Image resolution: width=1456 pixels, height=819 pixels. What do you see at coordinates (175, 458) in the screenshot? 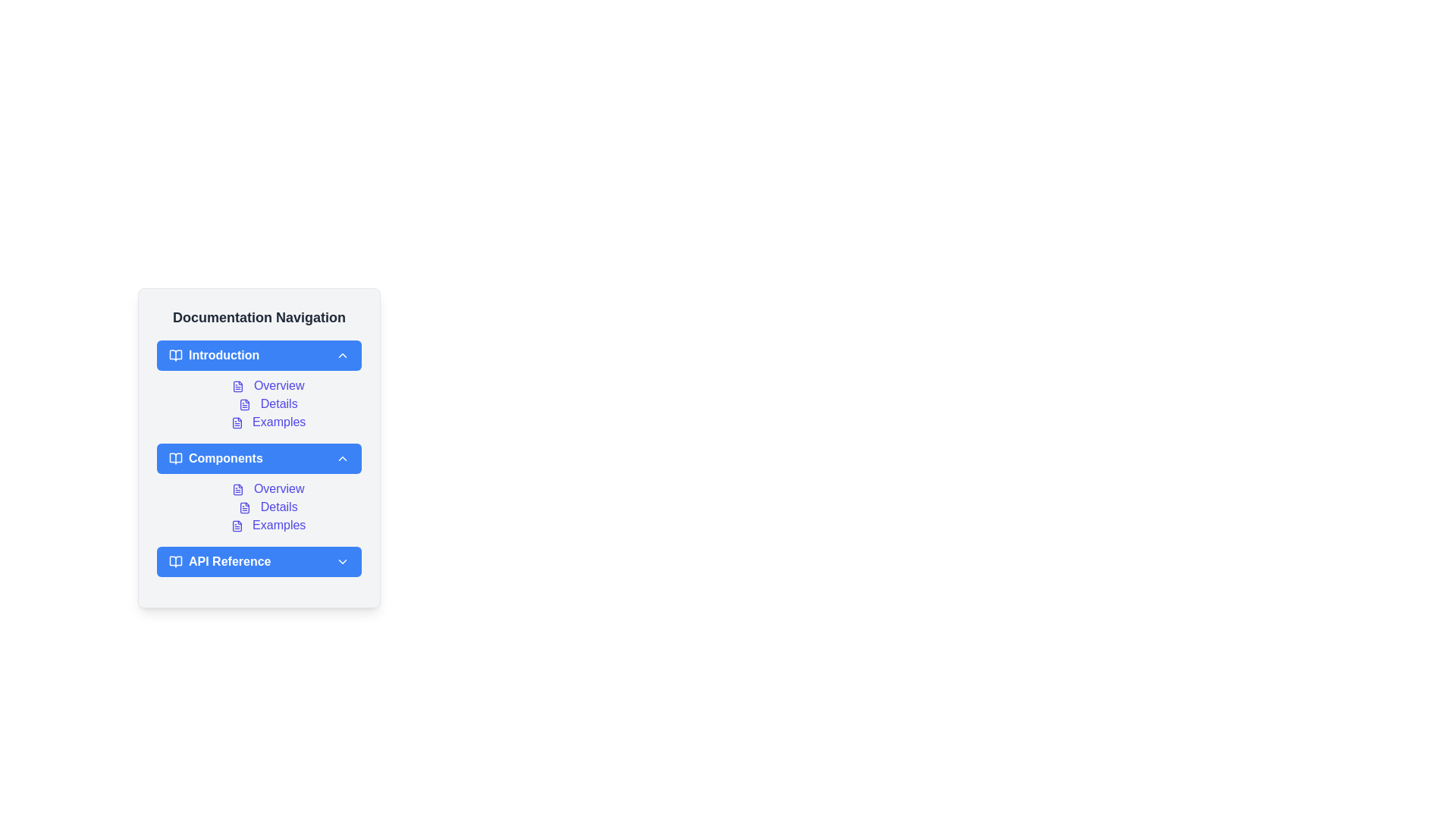
I see `the vector graphic icon resembling an open book located in the sidebar navigation menu next to the 'Components' header` at bounding box center [175, 458].